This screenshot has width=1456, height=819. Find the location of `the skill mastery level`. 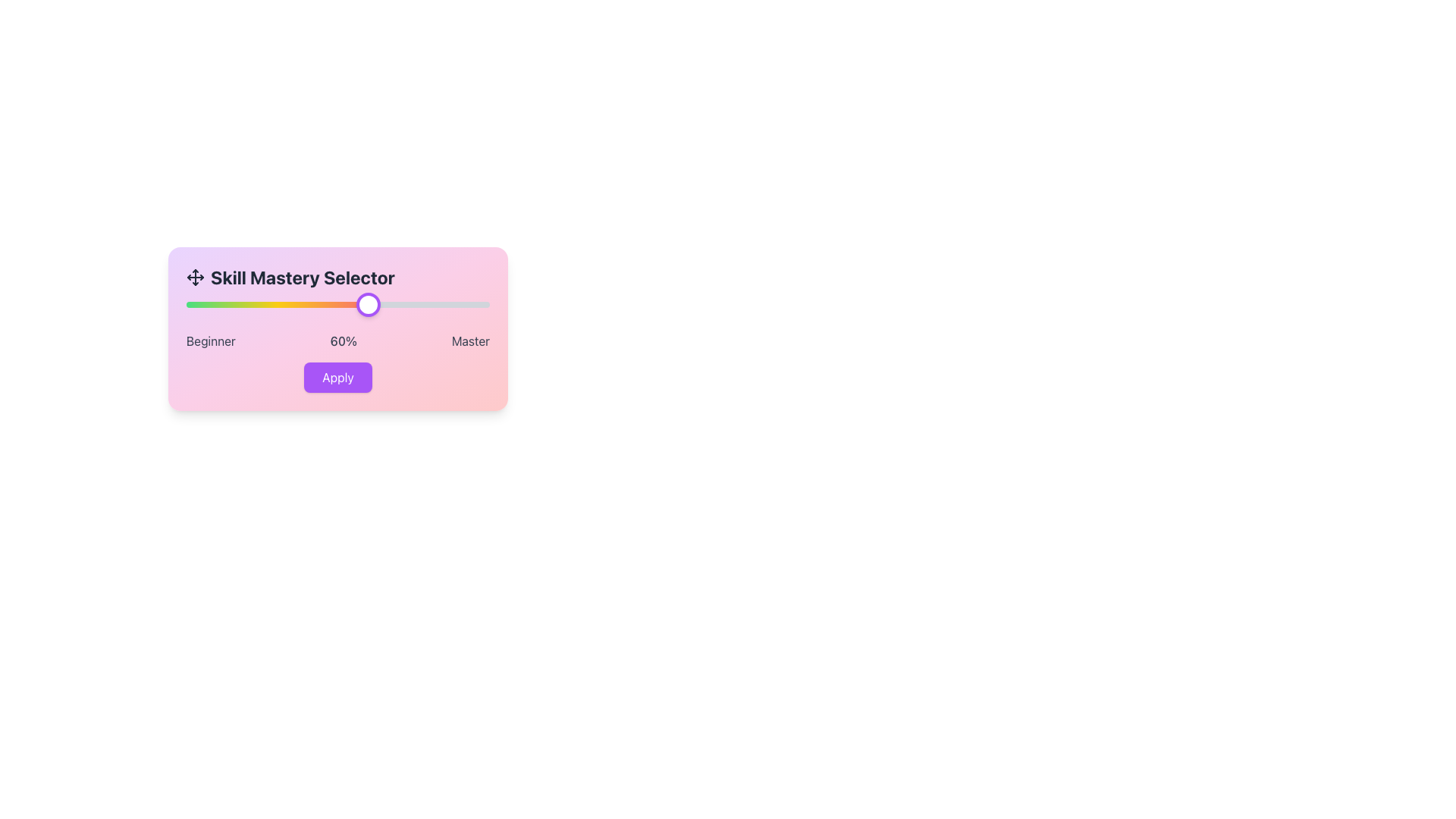

the skill mastery level is located at coordinates (437, 304).